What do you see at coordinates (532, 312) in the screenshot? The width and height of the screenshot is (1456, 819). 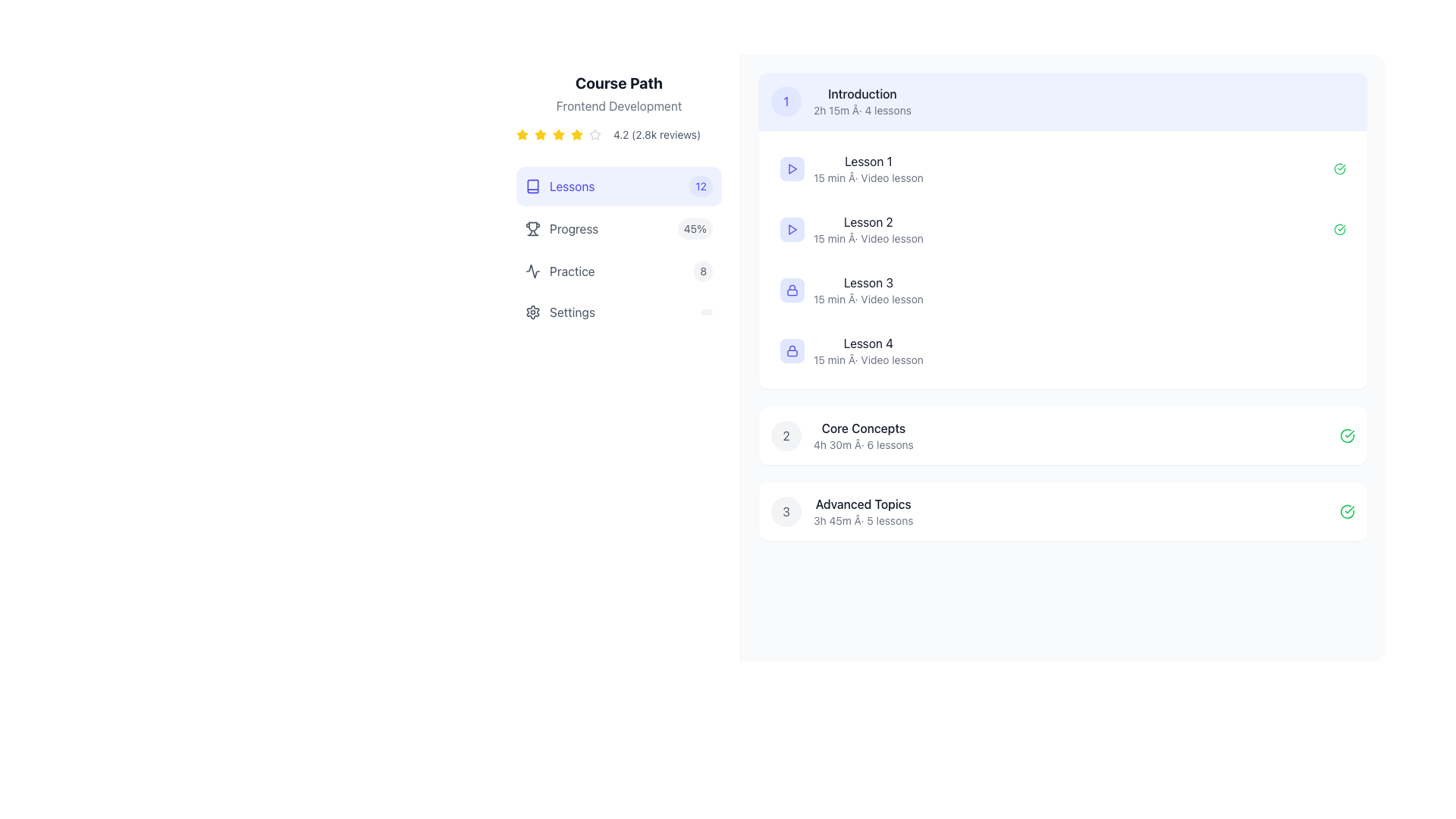 I see `the gear icon on the left side of the settings section` at bounding box center [532, 312].